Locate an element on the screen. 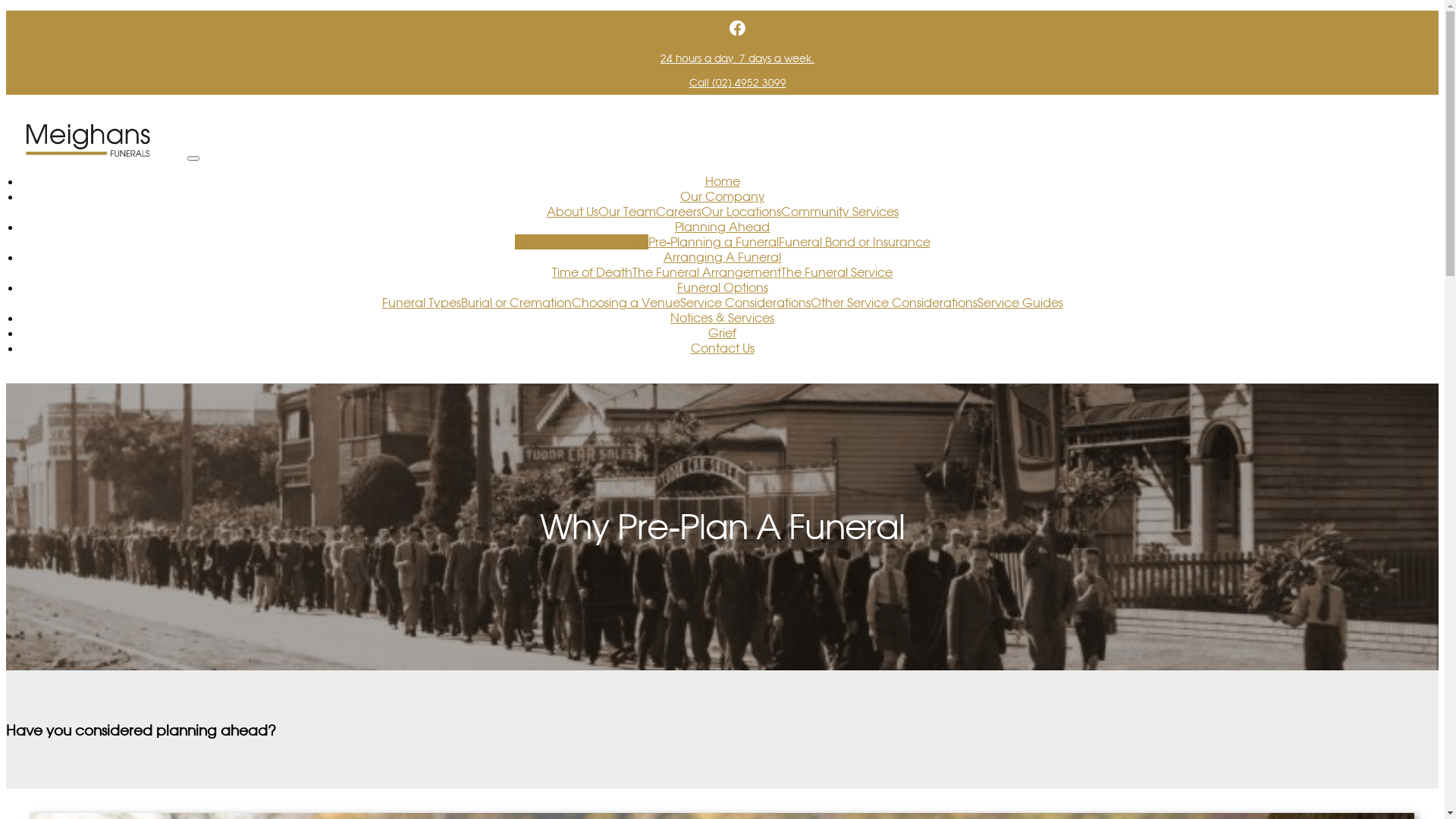 The width and height of the screenshot is (1456, 819). 'Contact Us' is located at coordinates (720, 348).